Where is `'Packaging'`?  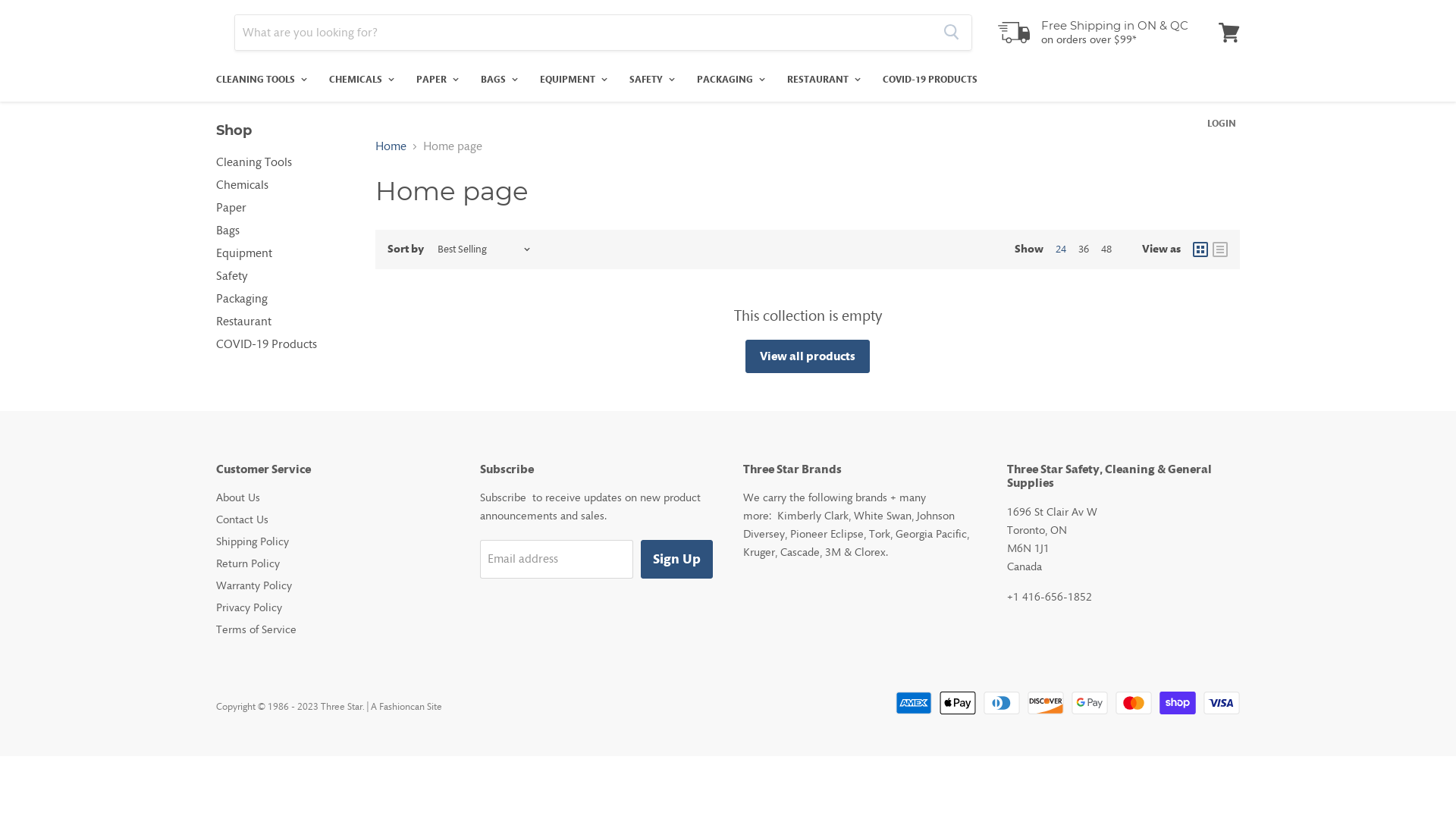 'Packaging' is located at coordinates (240, 298).